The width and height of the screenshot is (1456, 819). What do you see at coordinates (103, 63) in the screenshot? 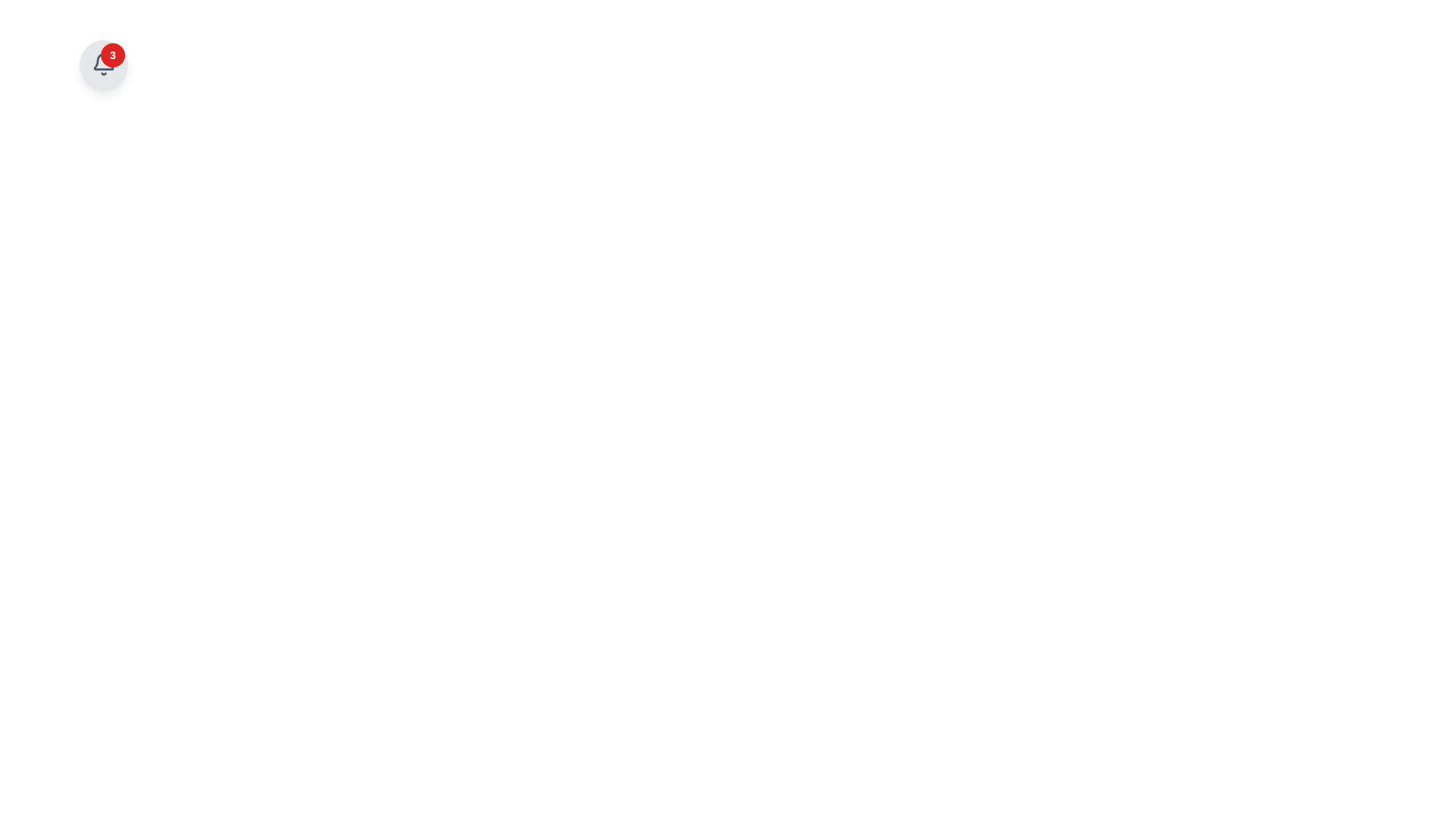
I see `displayed number on the Notification Badge, which is a gray circular badge with a bell icon and a red circular badge showing the count '3'` at bounding box center [103, 63].